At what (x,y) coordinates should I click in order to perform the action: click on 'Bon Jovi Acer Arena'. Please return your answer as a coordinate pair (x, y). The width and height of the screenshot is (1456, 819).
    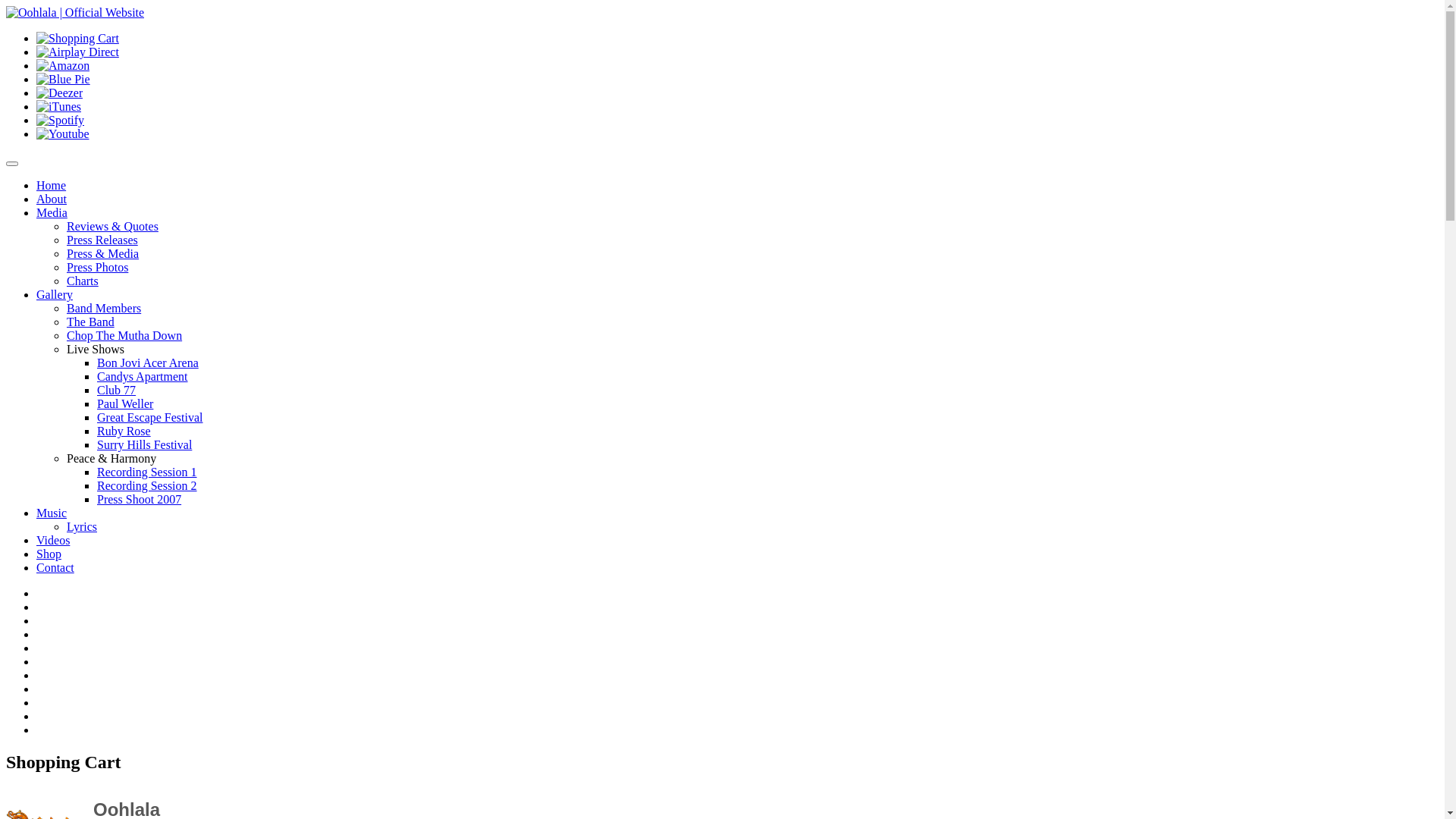
    Looking at the image, I should click on (148, 362).